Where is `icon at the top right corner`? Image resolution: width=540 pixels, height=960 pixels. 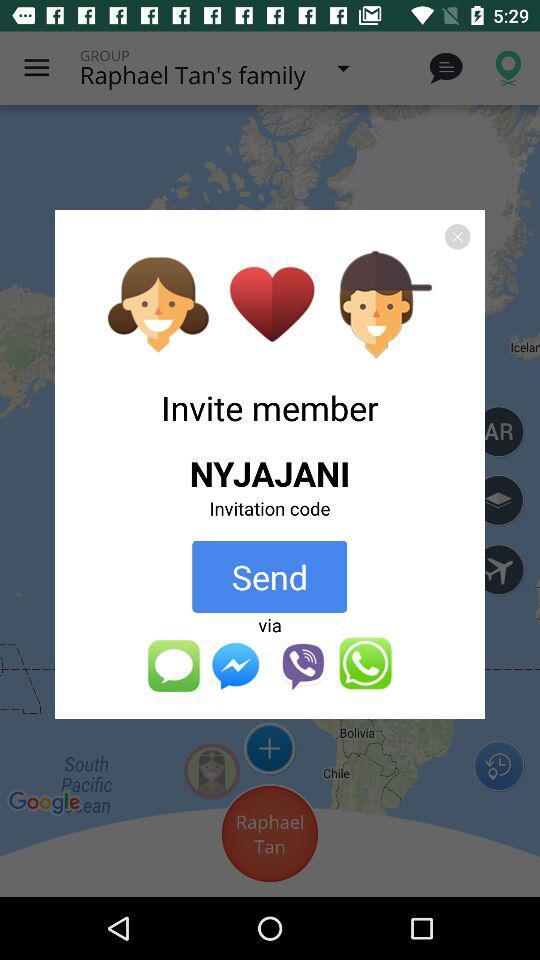
icon at the top right corner is located at coordinates (457, 236).